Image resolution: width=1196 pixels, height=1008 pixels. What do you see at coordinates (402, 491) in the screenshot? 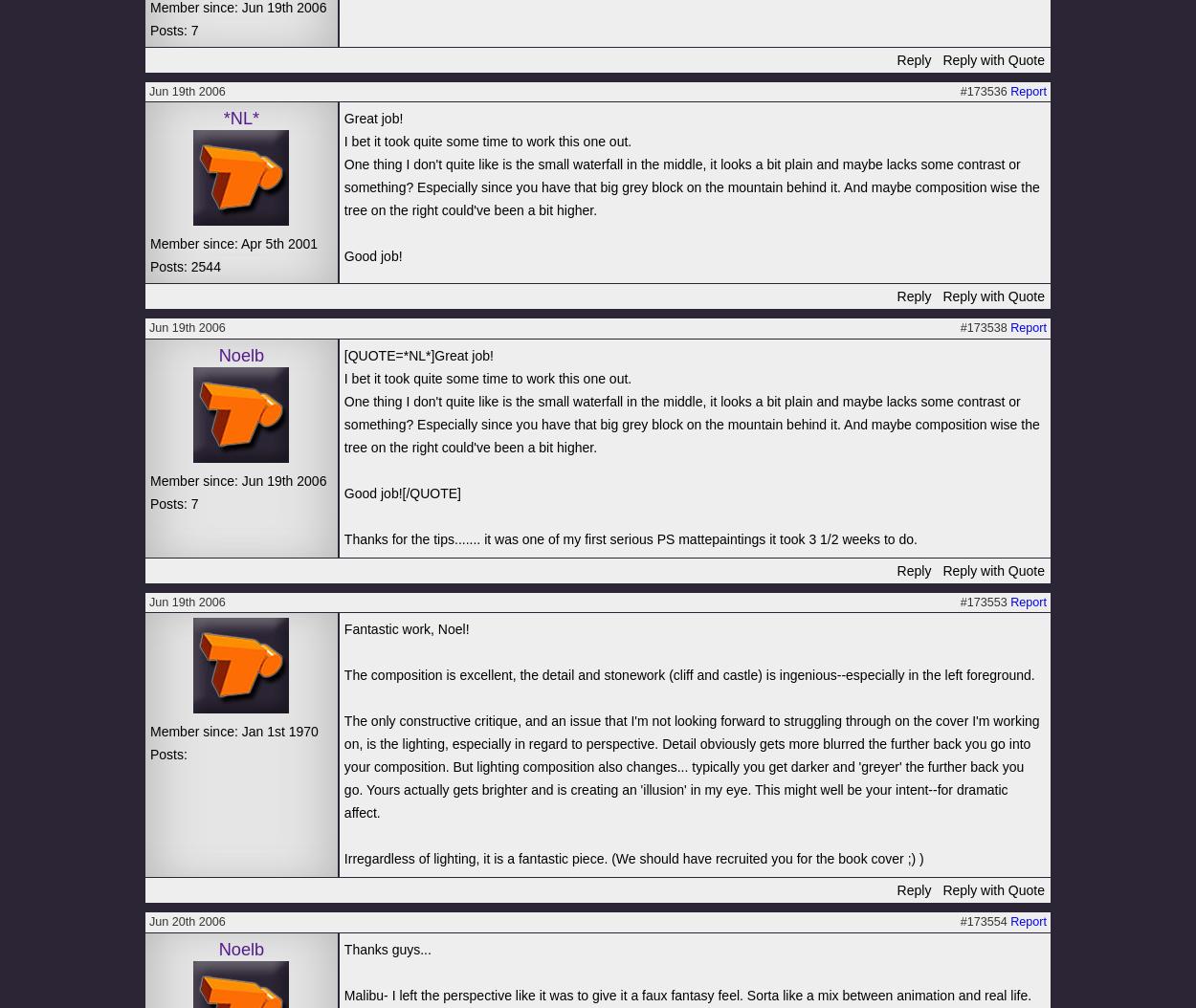
I see `'Good job![/QUOTE]'` at bounding box center [402, 491].